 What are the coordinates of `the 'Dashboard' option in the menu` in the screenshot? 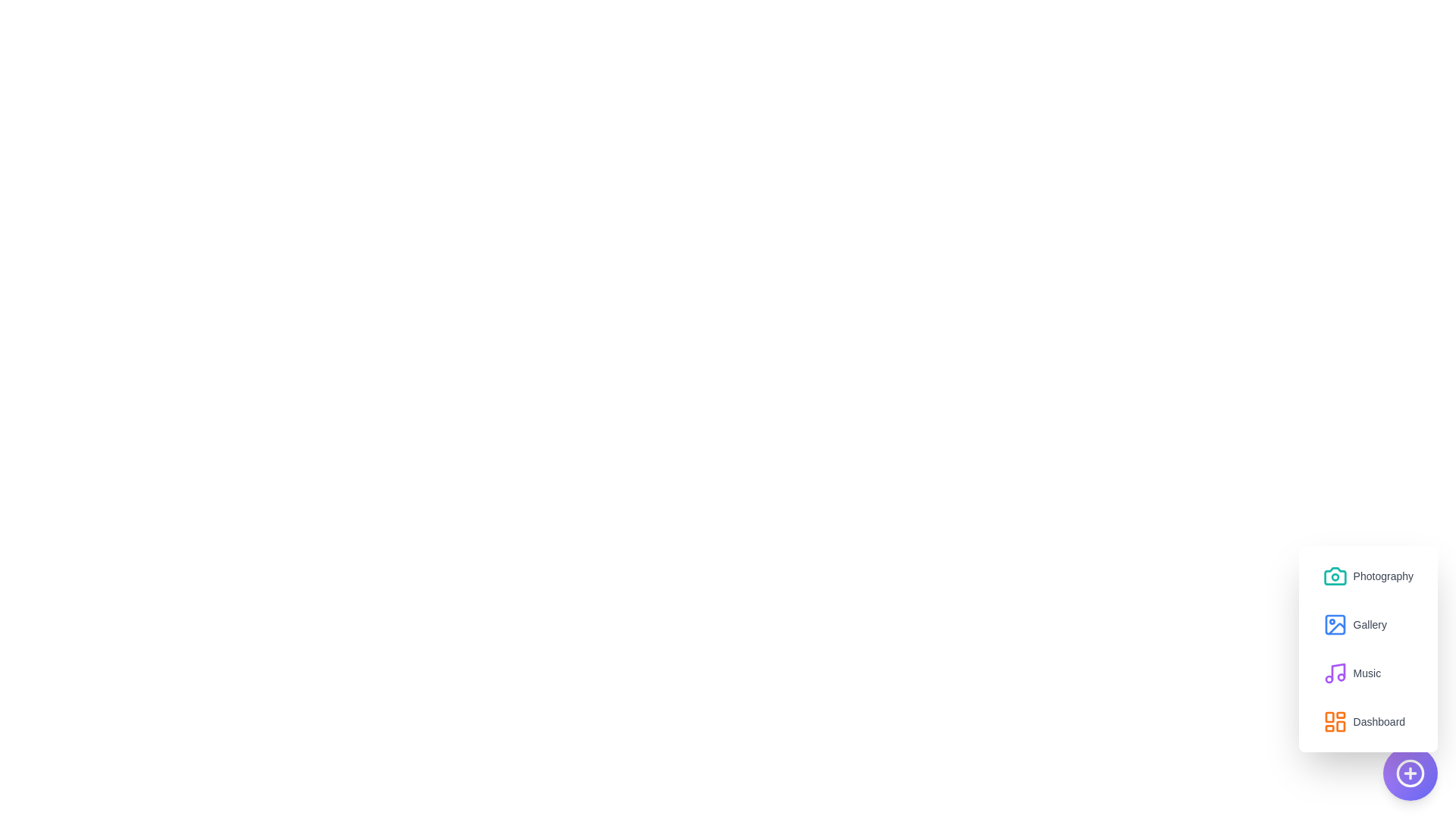 It's located at (1363, 721).